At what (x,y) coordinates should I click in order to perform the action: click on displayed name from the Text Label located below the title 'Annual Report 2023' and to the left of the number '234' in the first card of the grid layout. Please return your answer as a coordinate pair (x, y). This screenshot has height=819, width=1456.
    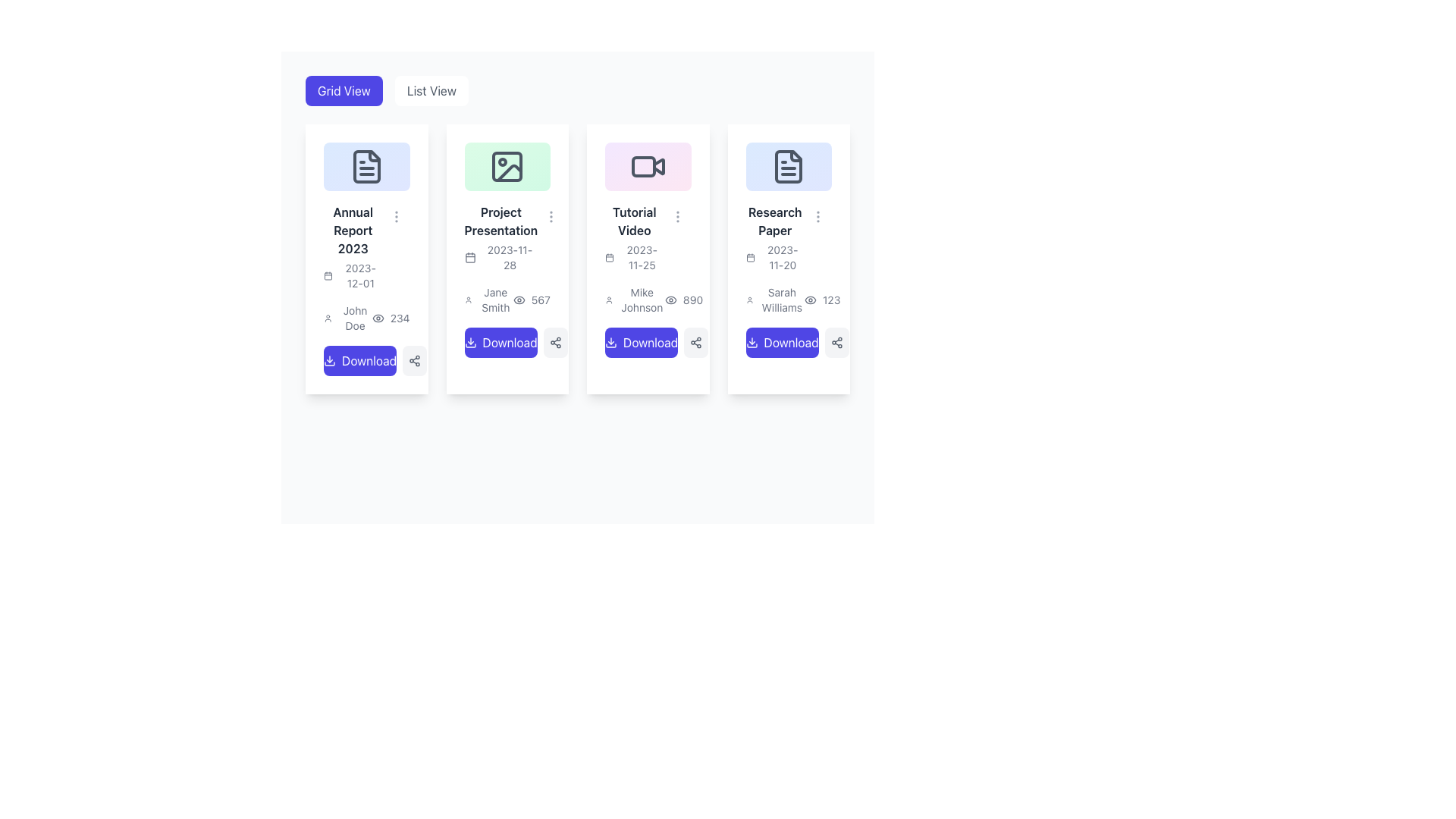
    Looking at the image, I should click on (347, 317).